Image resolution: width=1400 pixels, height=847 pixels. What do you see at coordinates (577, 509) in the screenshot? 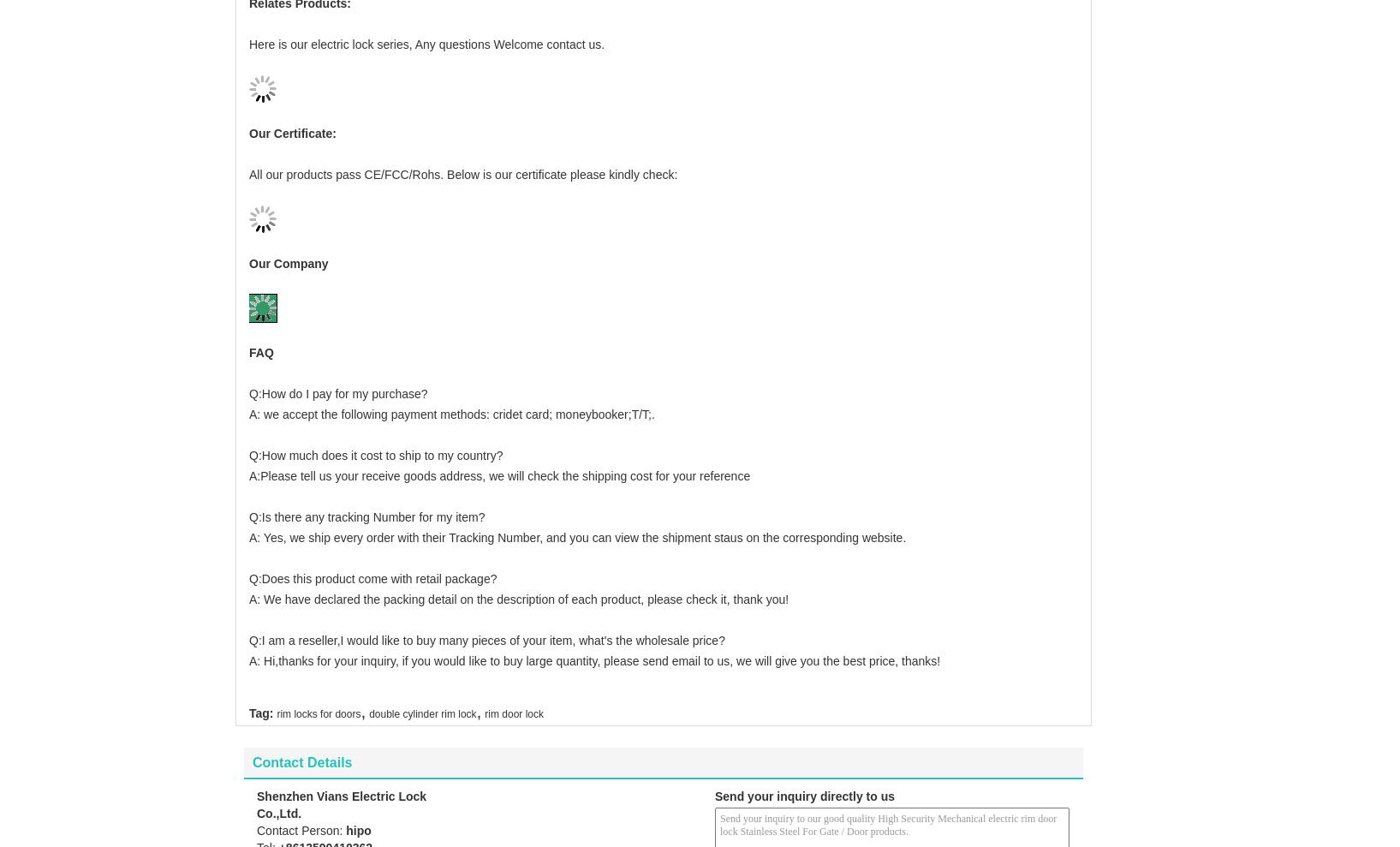
I see `'A: Yes, we ship every order with their Tracking Number, and you can view the shipment staus on the corresponding website.'` at bounding box center [577, 509].